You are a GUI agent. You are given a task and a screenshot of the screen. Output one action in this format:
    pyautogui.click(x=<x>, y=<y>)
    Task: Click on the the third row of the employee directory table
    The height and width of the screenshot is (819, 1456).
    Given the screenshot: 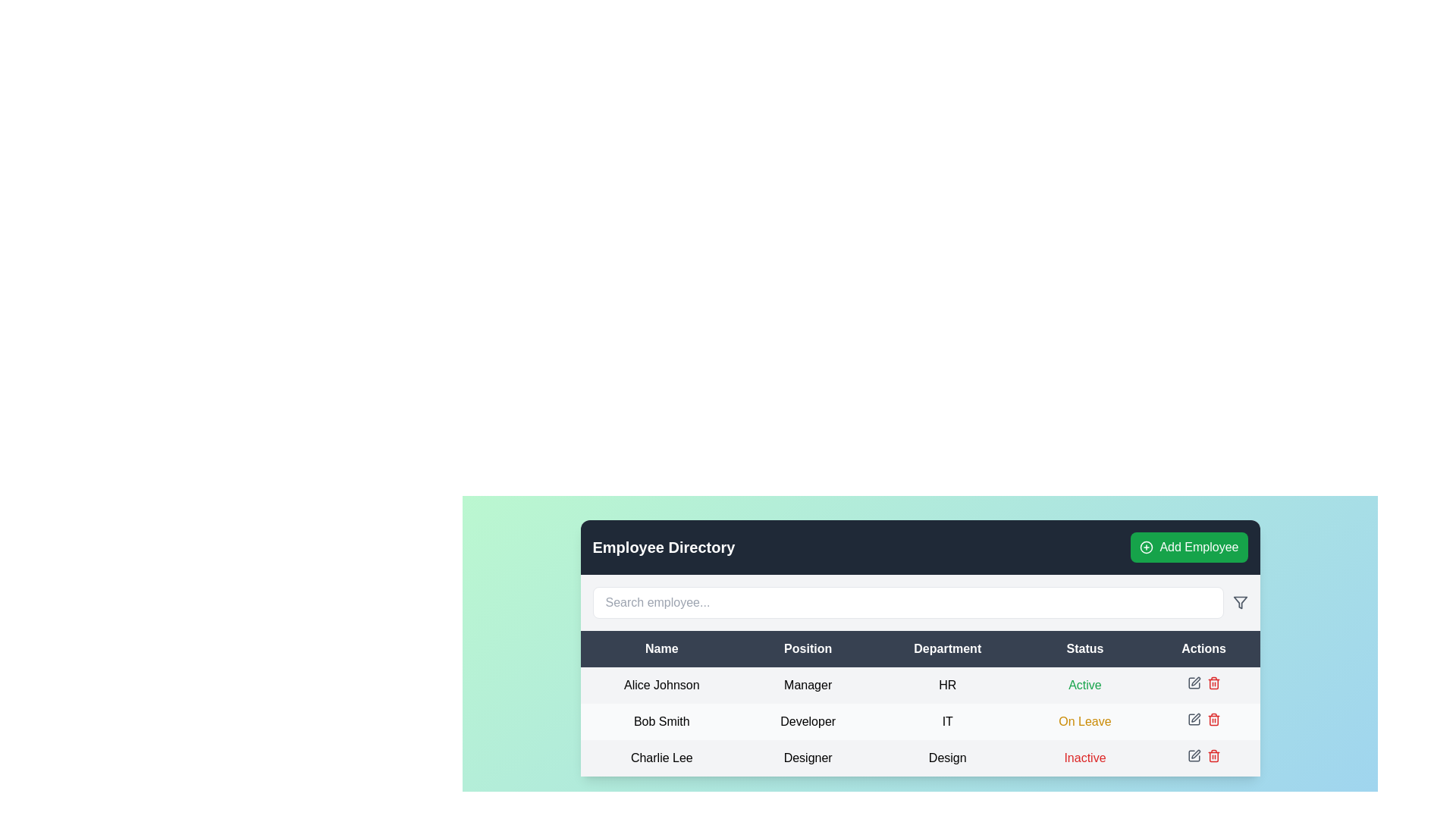 What is the action you would take?
    pyautogui.click(x=919, y=758)
    